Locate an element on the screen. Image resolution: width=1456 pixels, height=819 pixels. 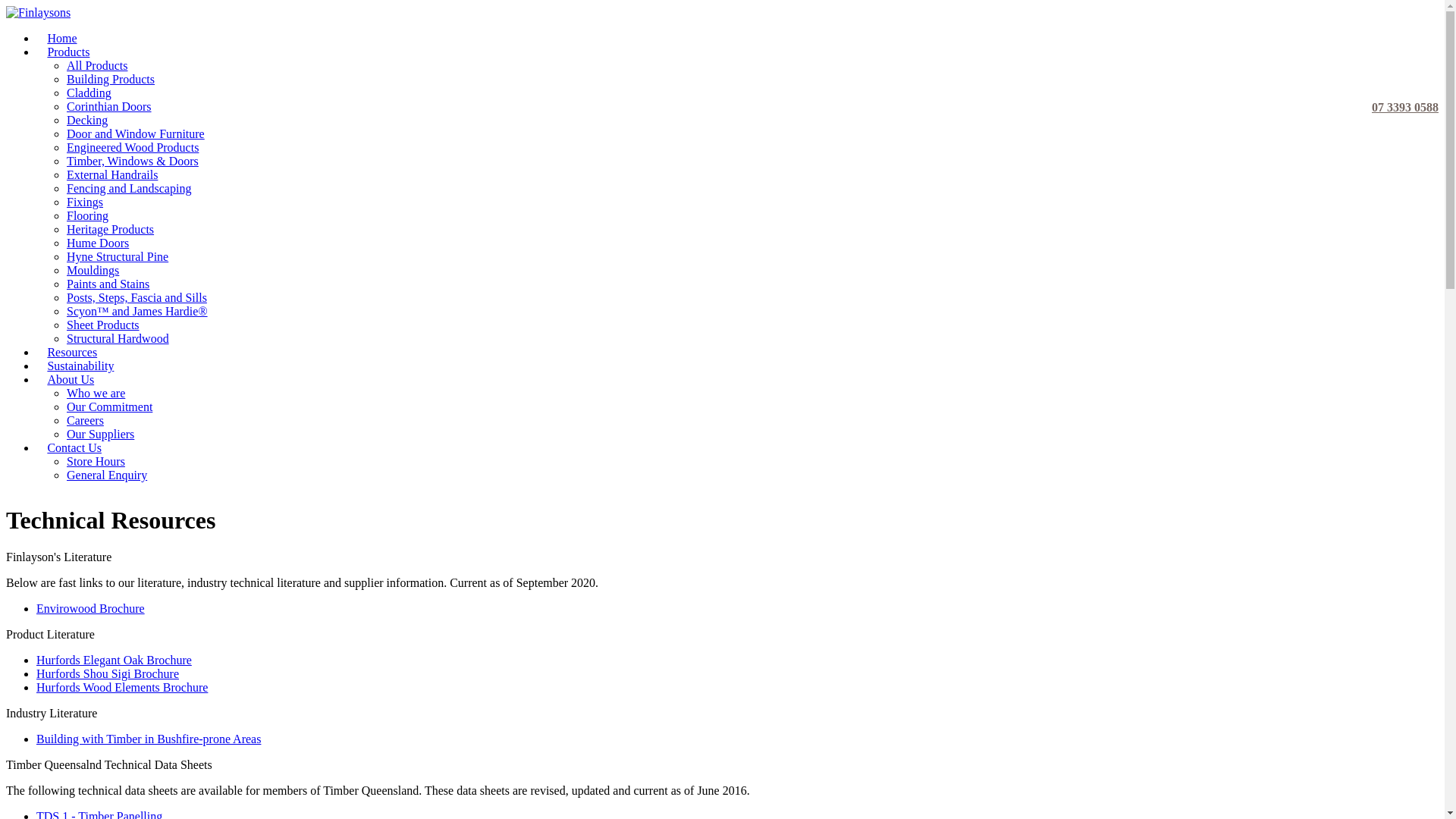
'About Us' is located at coordinates (70, 378).